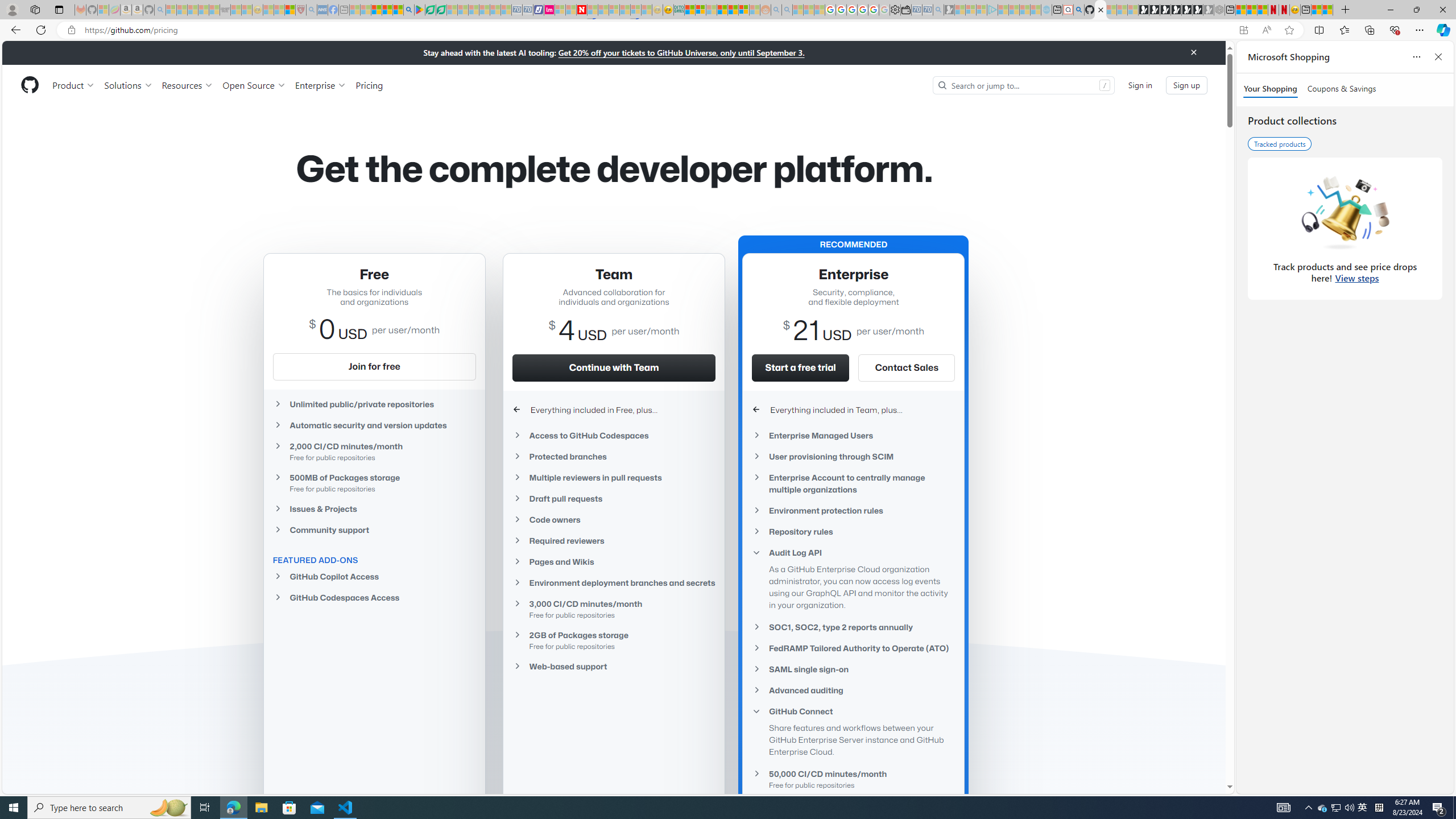  I want to click on 'Terms of Use Agreement', so click(431, 9).